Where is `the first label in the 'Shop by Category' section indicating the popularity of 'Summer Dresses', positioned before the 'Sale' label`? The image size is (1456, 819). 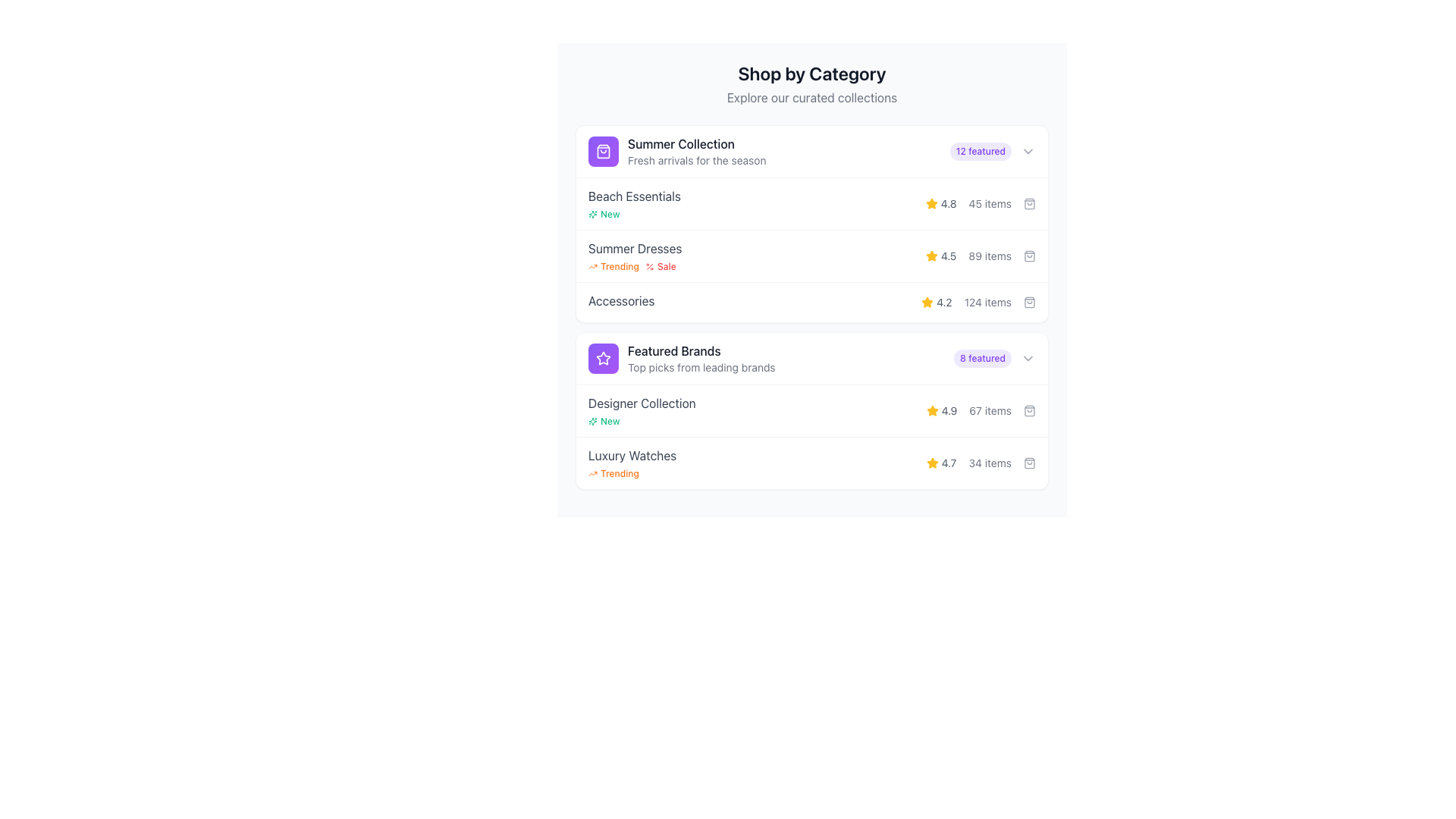 the first label in the 'Shop by Category' section indicating the popularity of 'Summer Dresses', positioned before the 'Sale' label is located at coordinates (613, 265).